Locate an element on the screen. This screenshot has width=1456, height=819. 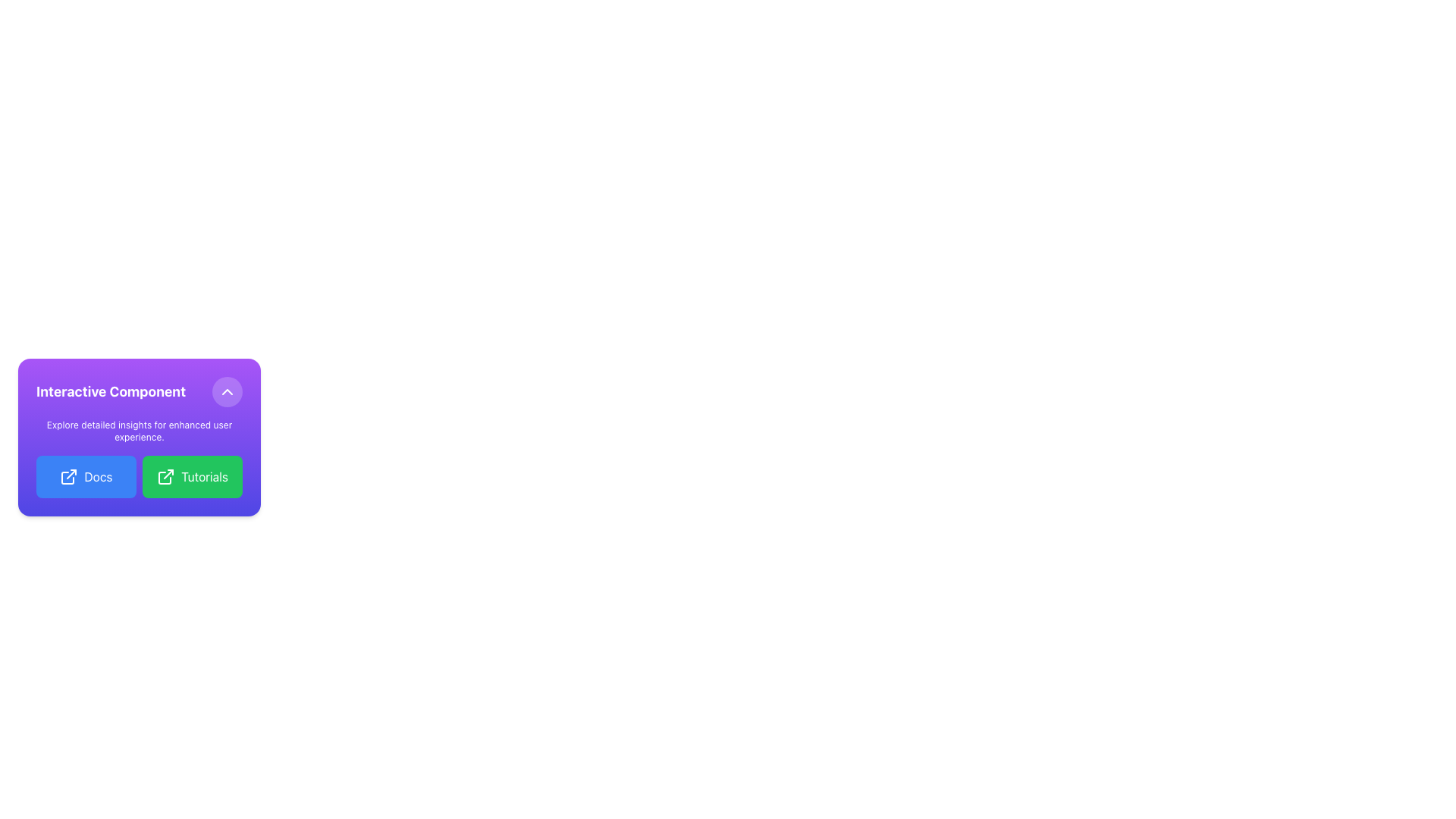
the blue button labeled 'Docs' with an outward arrow icon is located at coordinates (86, 475).